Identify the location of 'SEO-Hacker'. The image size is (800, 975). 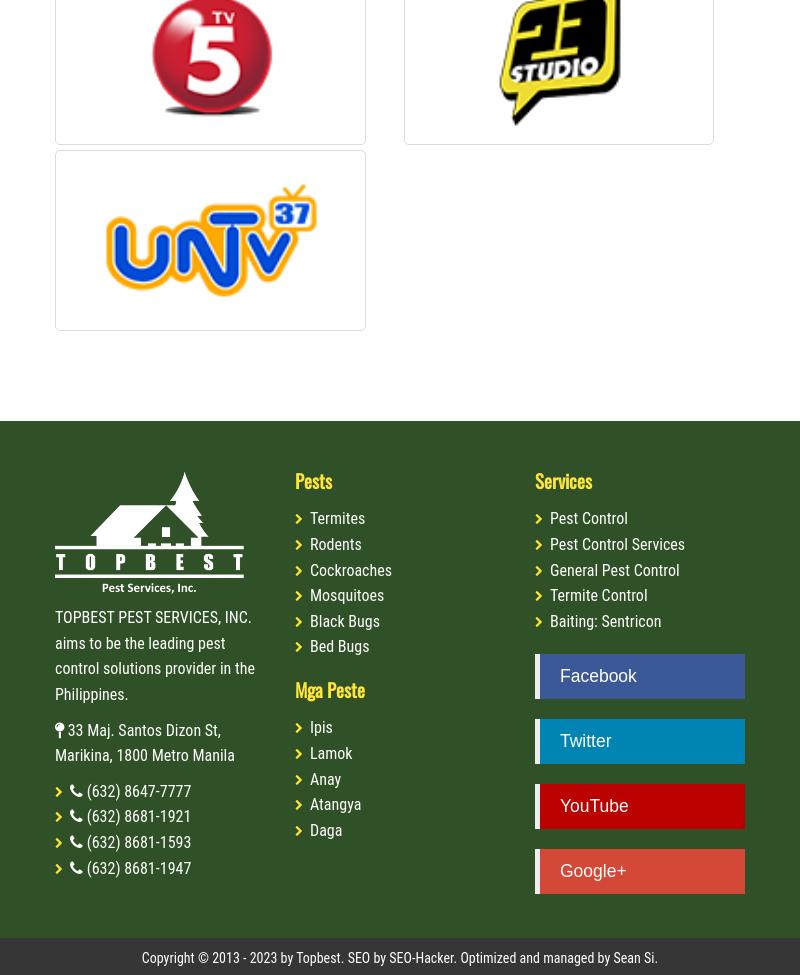
(420, 957).